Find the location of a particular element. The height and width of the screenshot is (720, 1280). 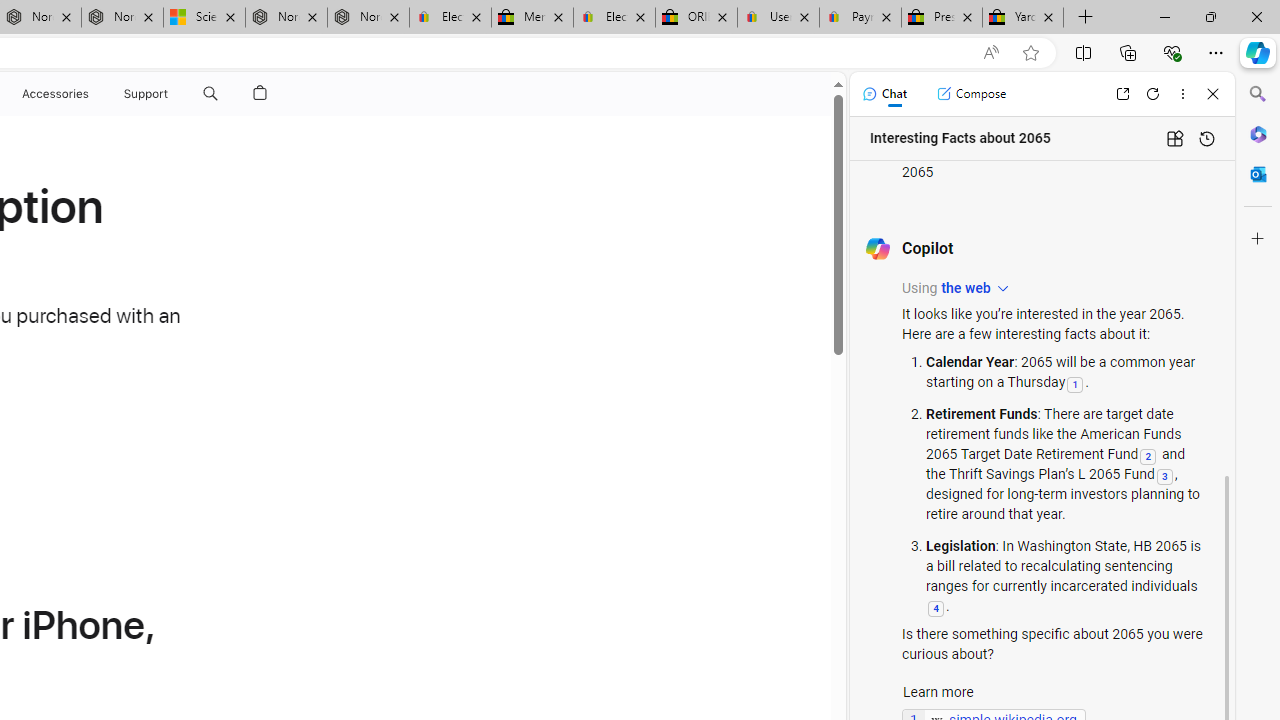

'Class: globalnav-submenu-trigger-item' is located at coordinates (172, 93).